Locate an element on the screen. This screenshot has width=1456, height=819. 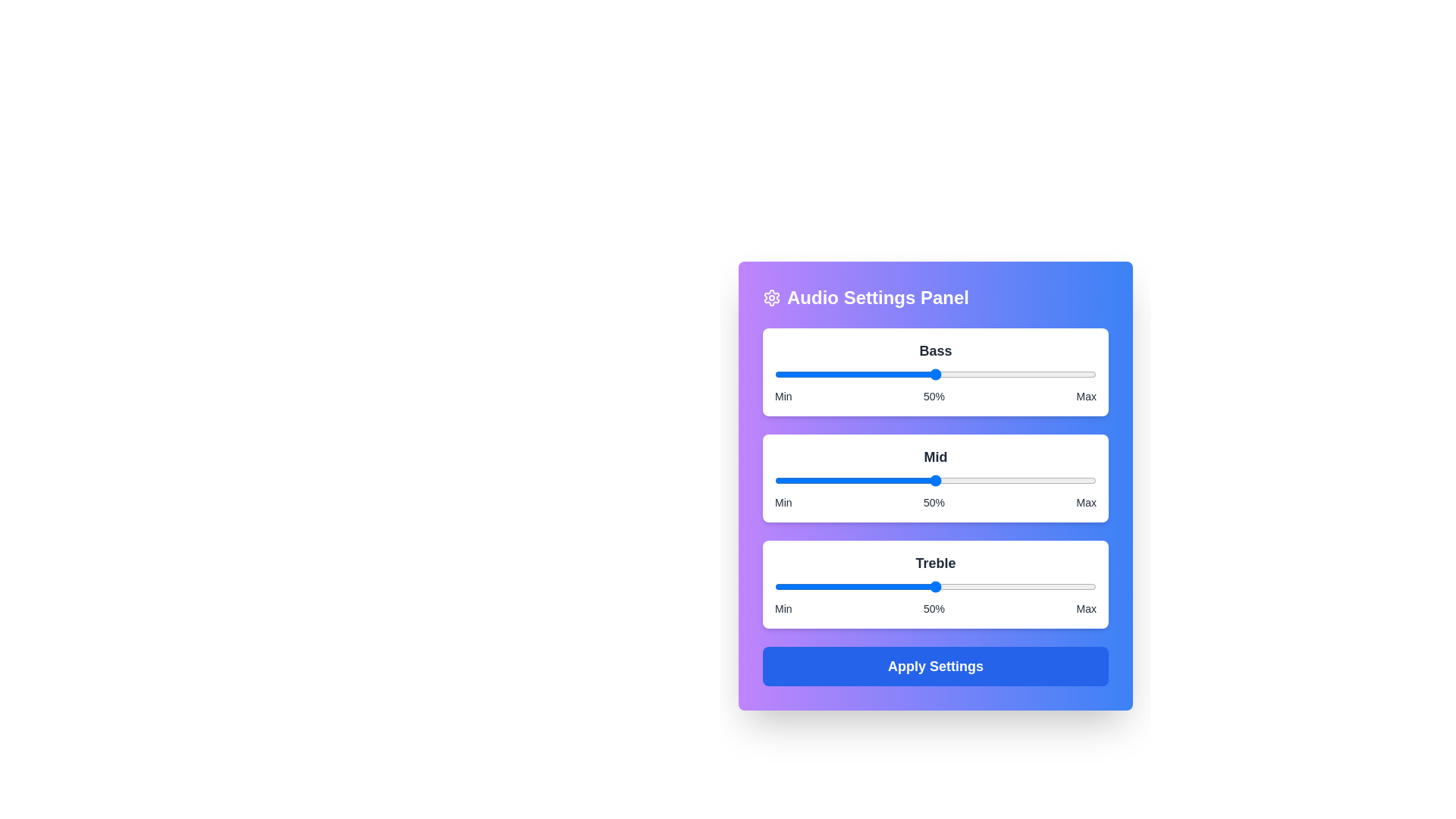
the treble level is located at coordinates (974, 586).